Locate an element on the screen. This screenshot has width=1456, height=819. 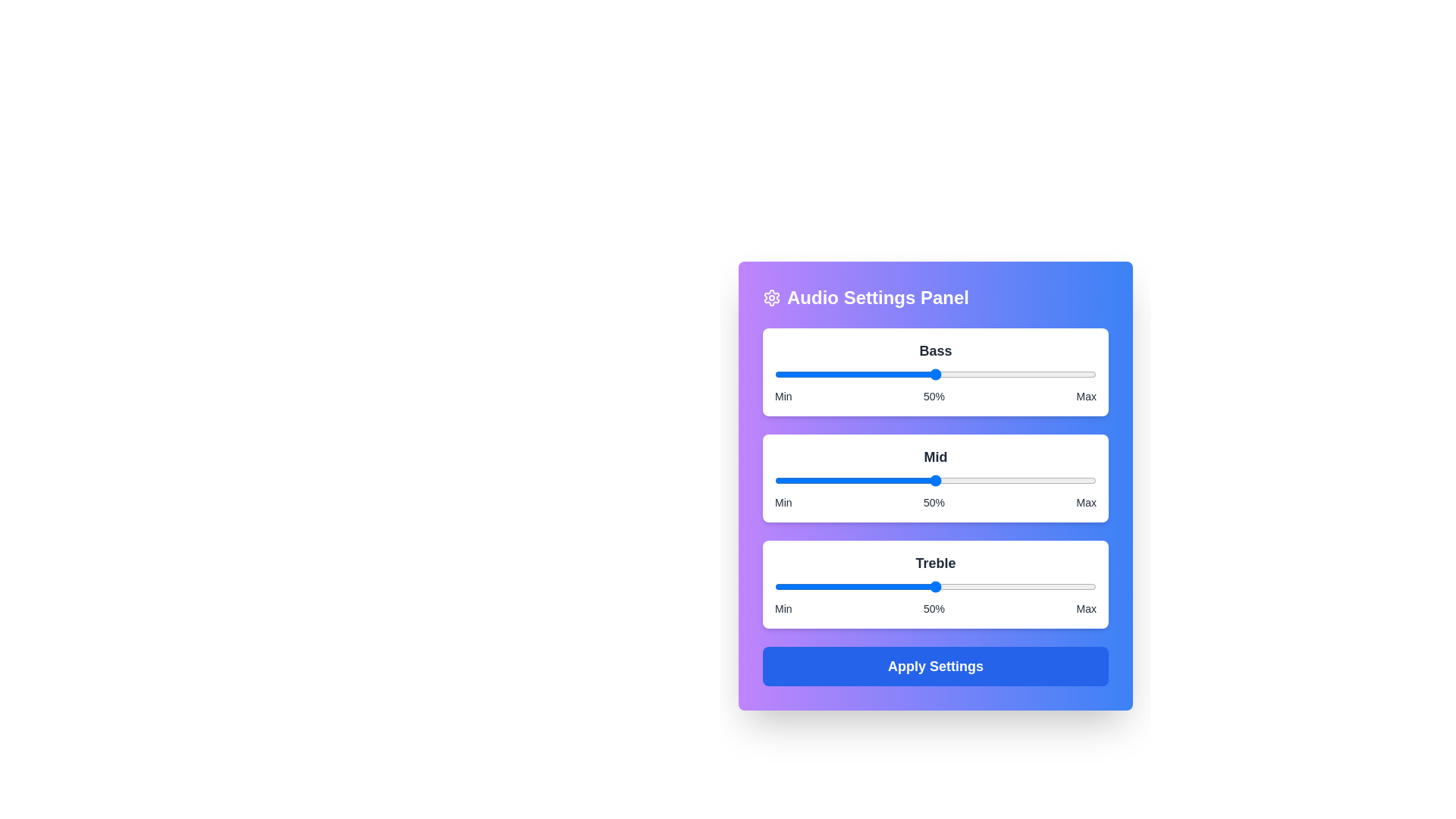
the treble level is located at coordinates (974, 586).